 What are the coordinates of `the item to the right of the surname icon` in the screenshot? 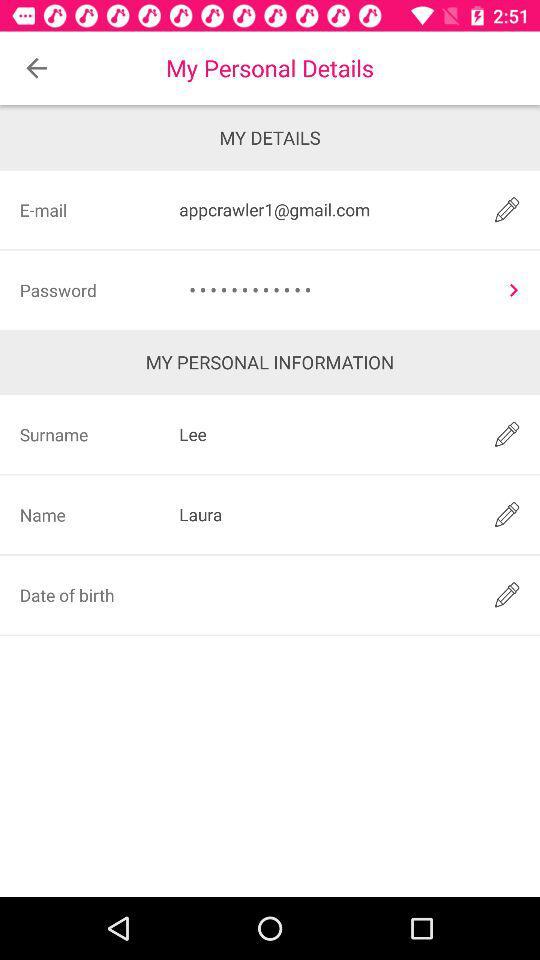 It's located at (323, 513).